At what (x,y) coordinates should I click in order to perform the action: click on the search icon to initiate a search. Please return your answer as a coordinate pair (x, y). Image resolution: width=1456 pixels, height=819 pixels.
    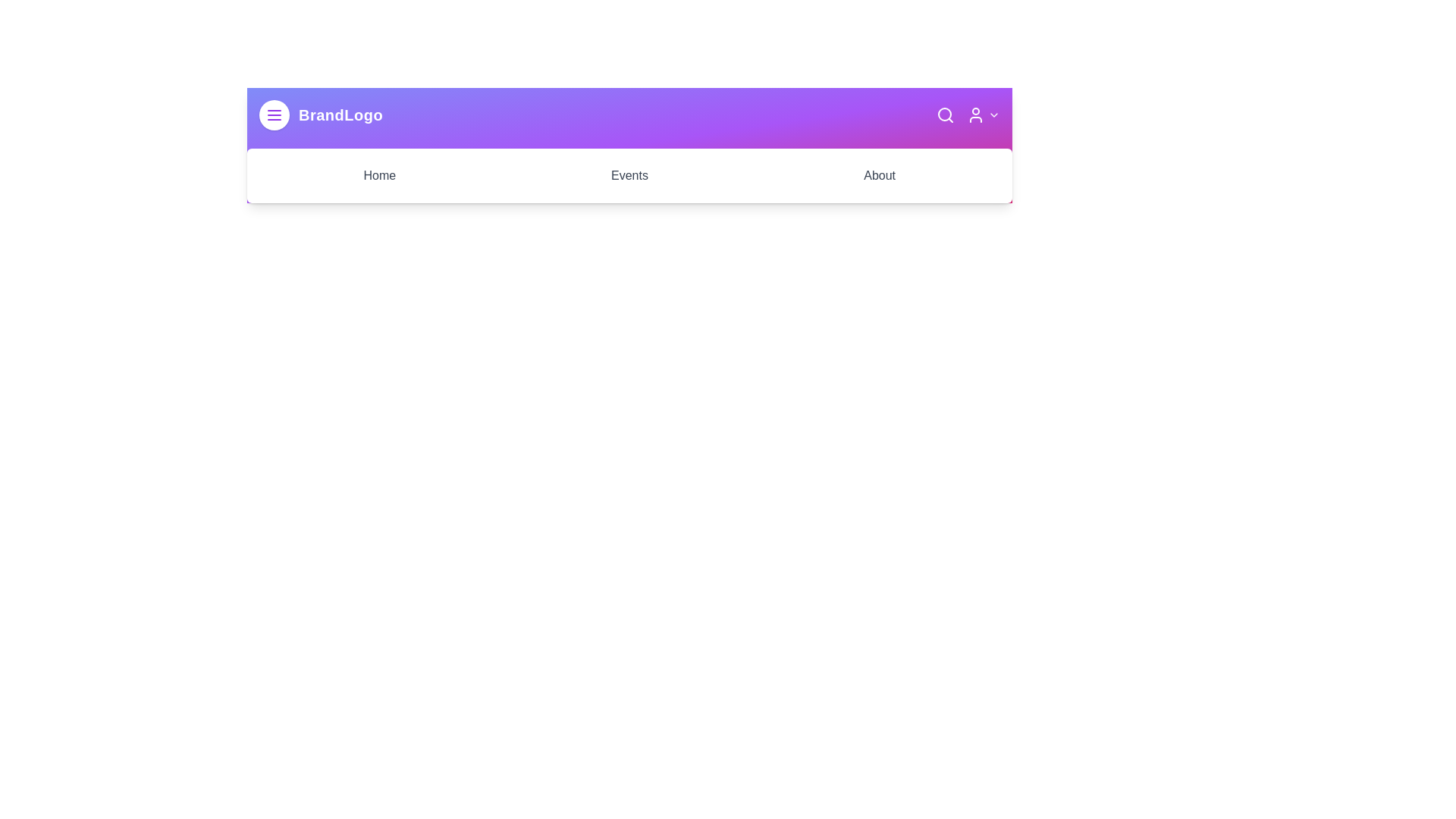
    Looking at the image, I should click on (945, 114).